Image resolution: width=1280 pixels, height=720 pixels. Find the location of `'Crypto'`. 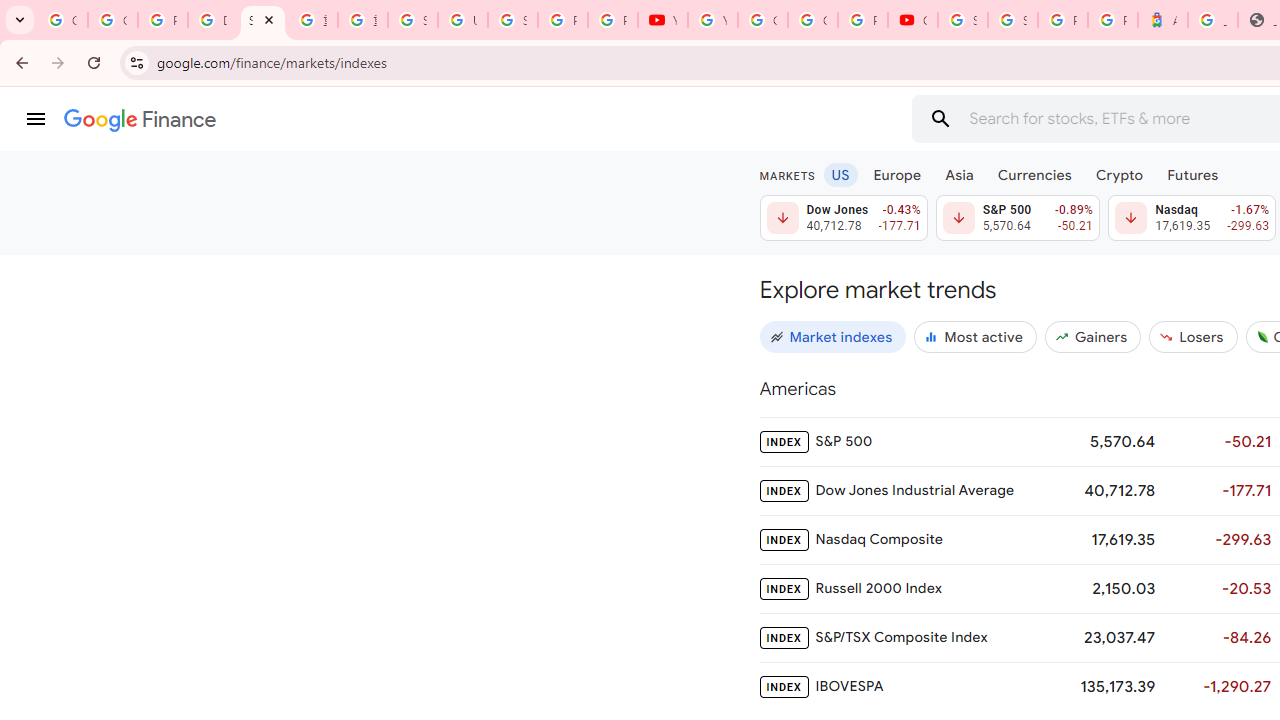

'Crypto' is located at coordinates (1118, 173).